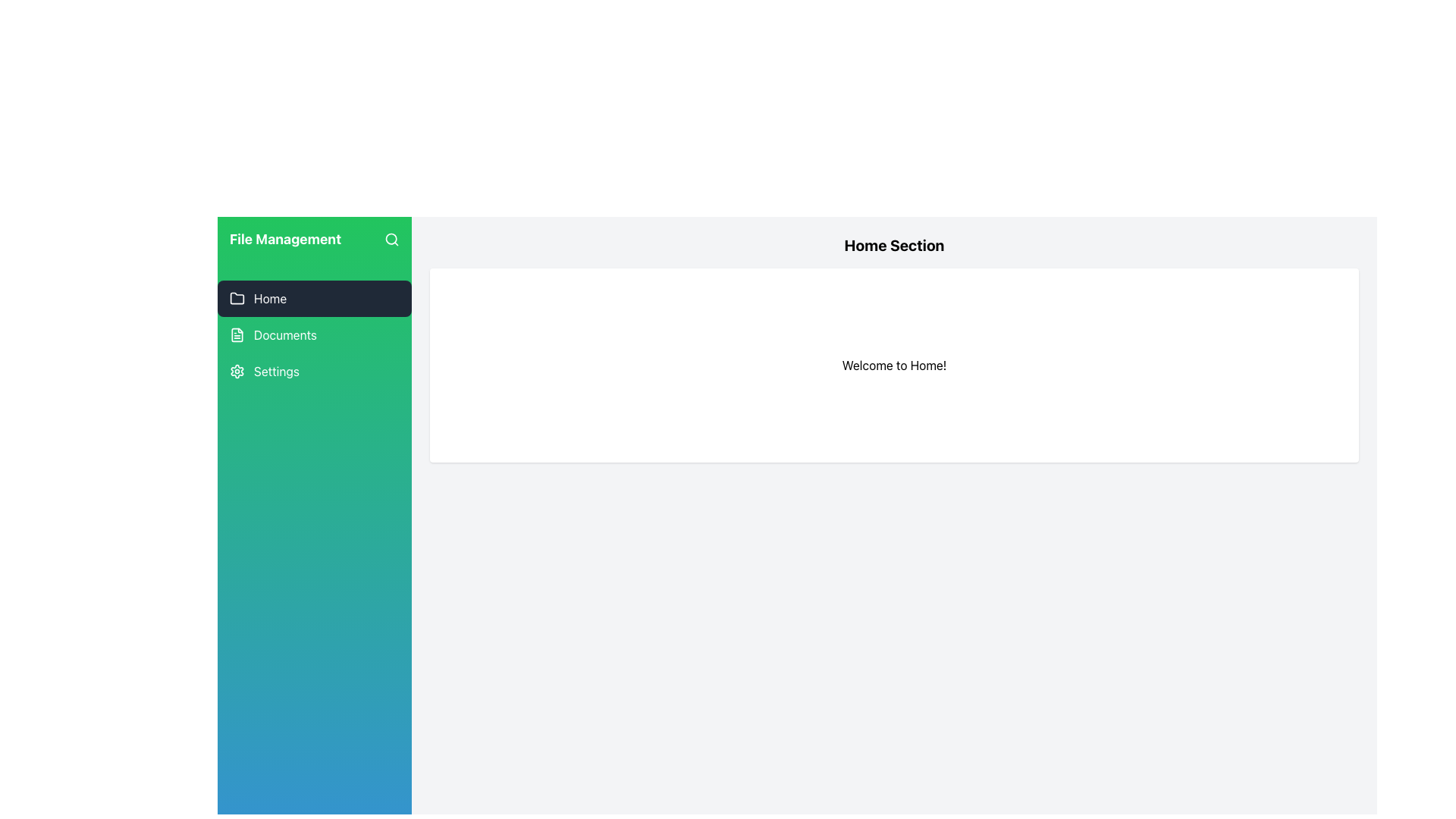  What do you see at coordinates (894, 245) in the screenshot?
I see `the prominent heading text that reads 'Home Section', which is displayed in large, bold font at the top of the content panel` at bounding box center [894, 245].